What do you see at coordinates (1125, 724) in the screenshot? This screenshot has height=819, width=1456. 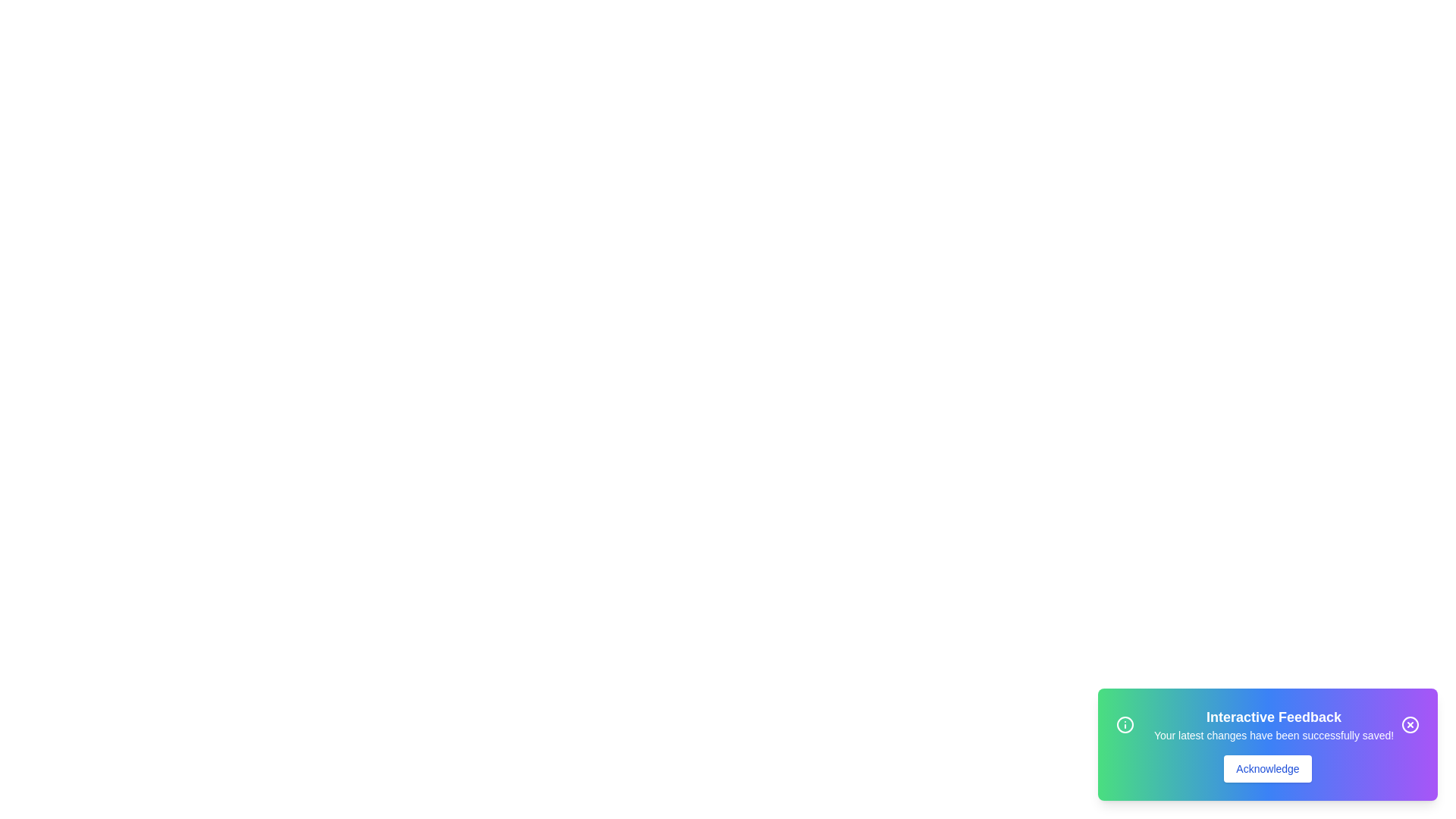 I see `the decorative SVG circle located within the notification panel, centered in a 24x24 pixel bounding box` at bounding box center [1125, 724].